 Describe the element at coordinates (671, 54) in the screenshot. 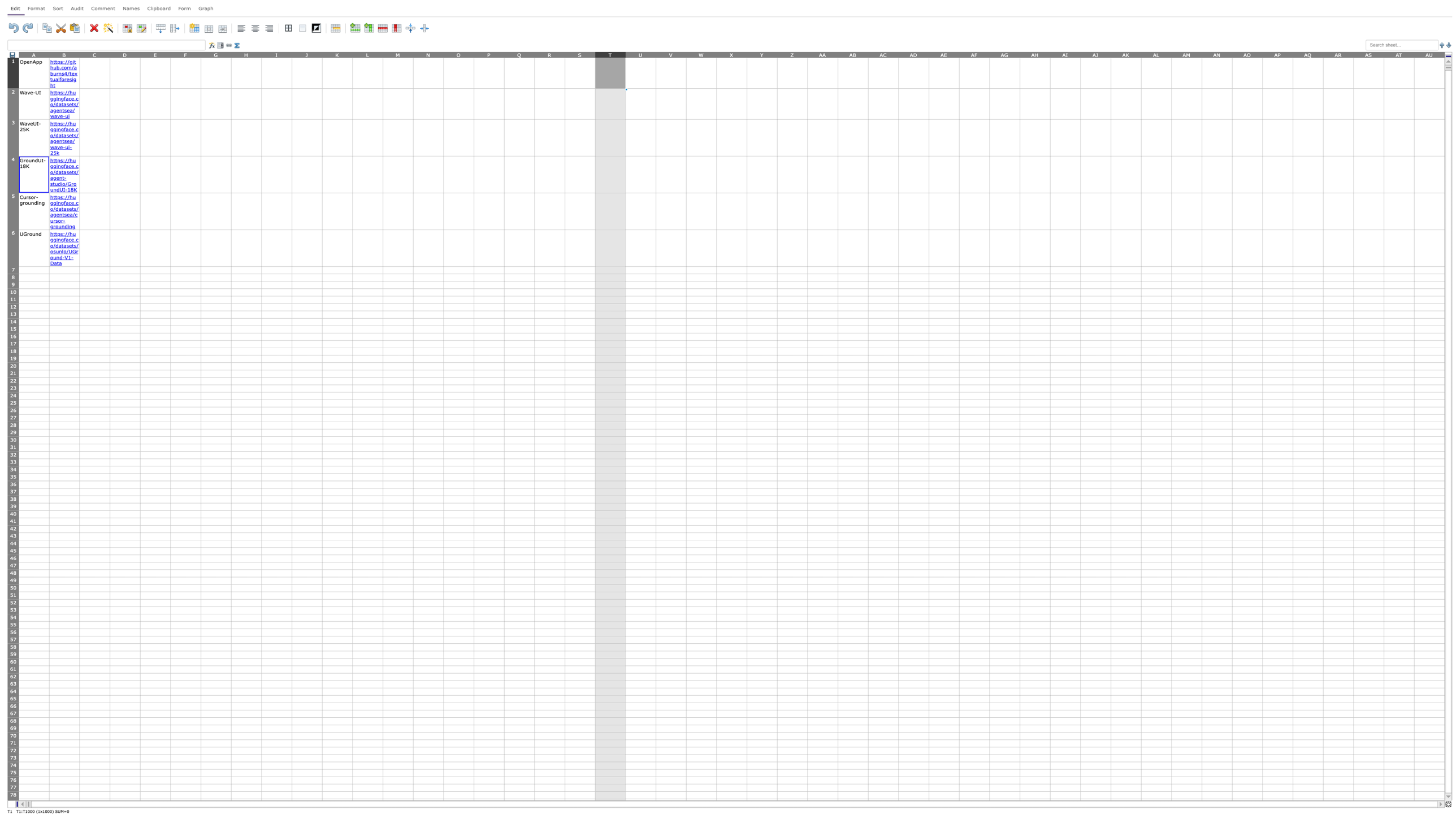

I see `column V` at that location.